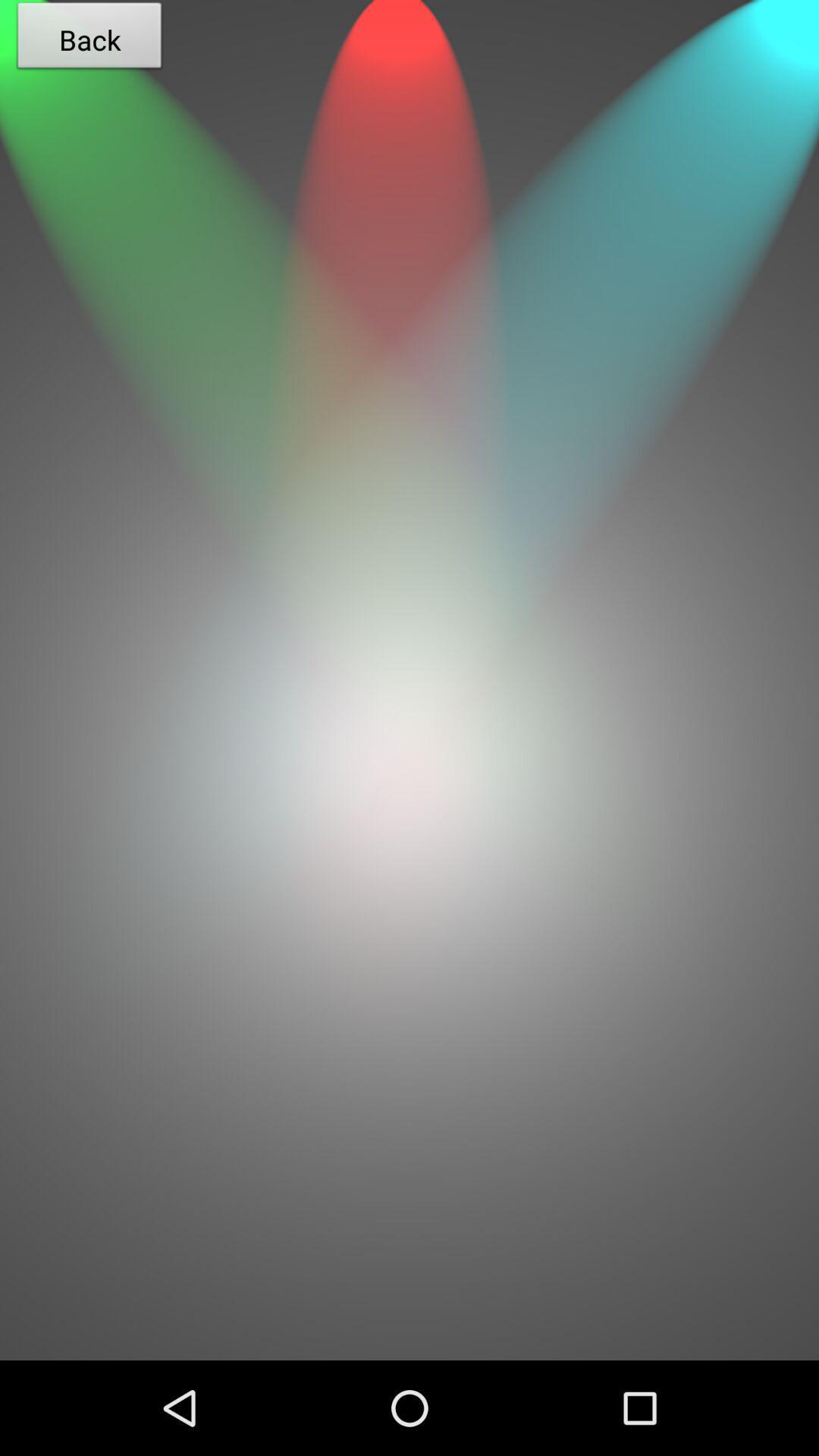 Image resolution: width=819 pixels, height=1456 pixels. I want to click on back, so click(409, 1111).